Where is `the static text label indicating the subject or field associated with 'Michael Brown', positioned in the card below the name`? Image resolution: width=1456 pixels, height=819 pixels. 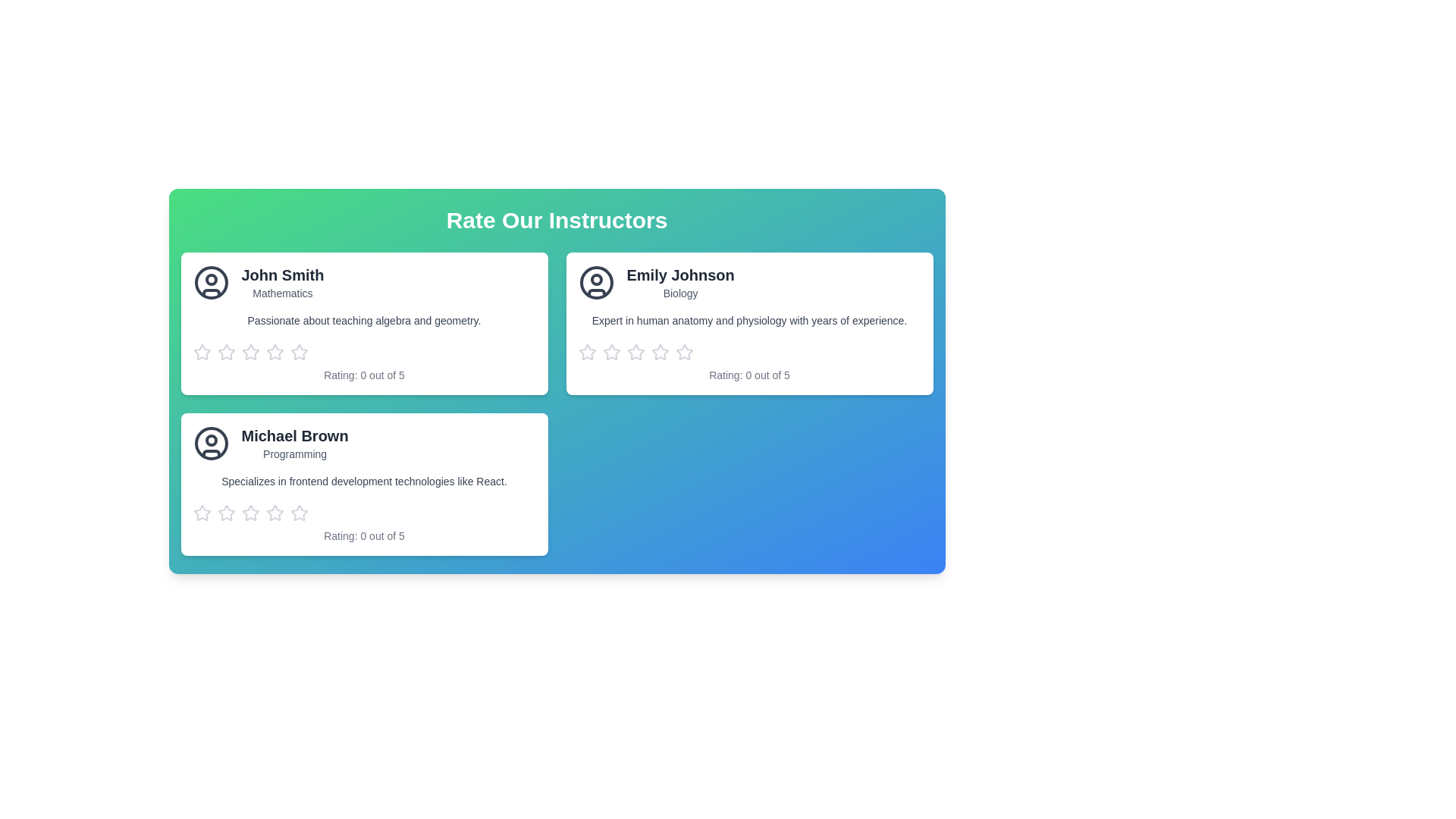
the static text label indicating the subject or field associated with 'Michael Brown', positioned in the card below the name is located at coordinates (294, 453).